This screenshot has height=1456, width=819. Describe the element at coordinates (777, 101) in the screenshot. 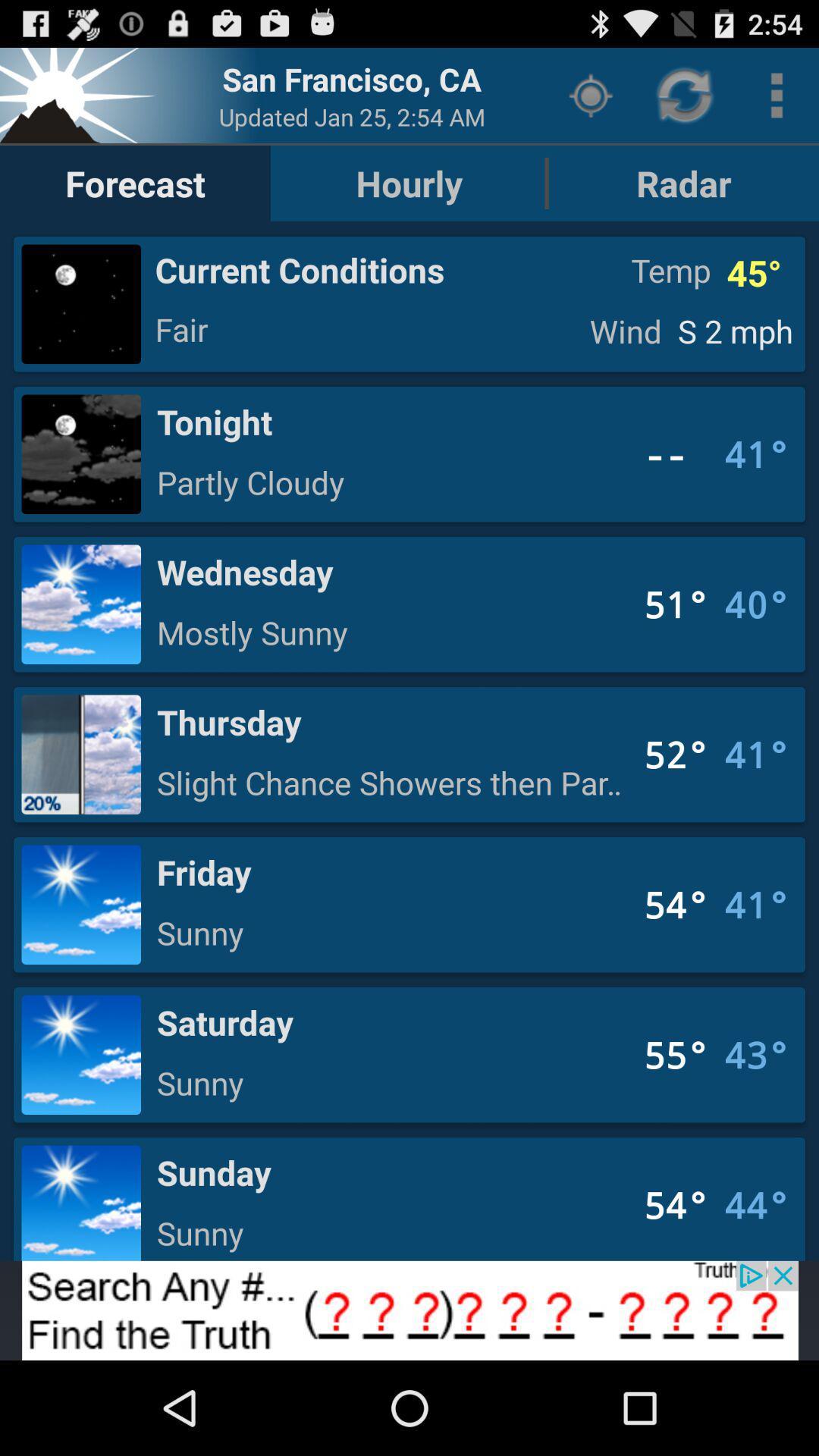

I see `the more icon` at that location.